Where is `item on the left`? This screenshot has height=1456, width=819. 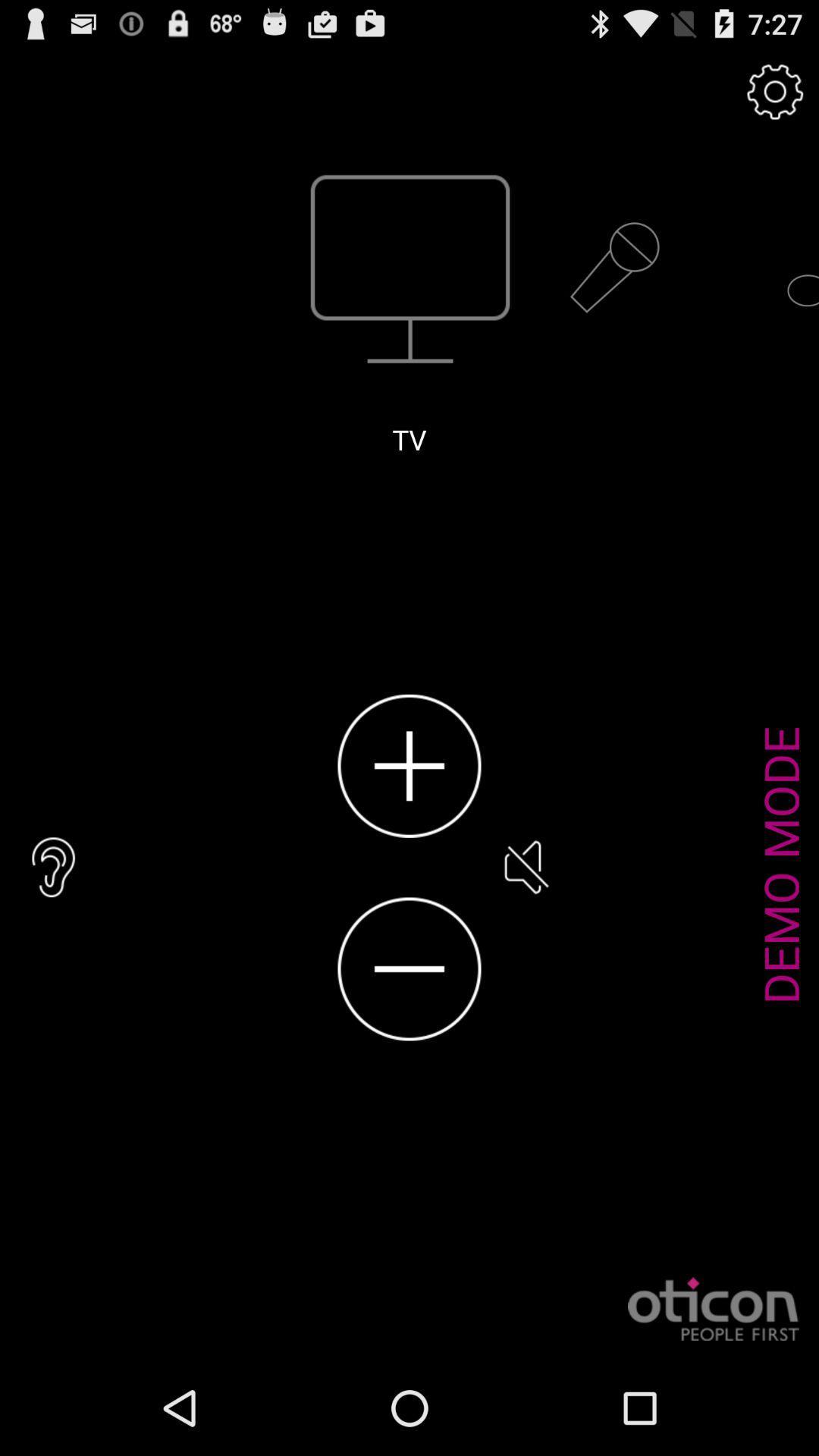 item on the left is located at coordinates (53, 867).